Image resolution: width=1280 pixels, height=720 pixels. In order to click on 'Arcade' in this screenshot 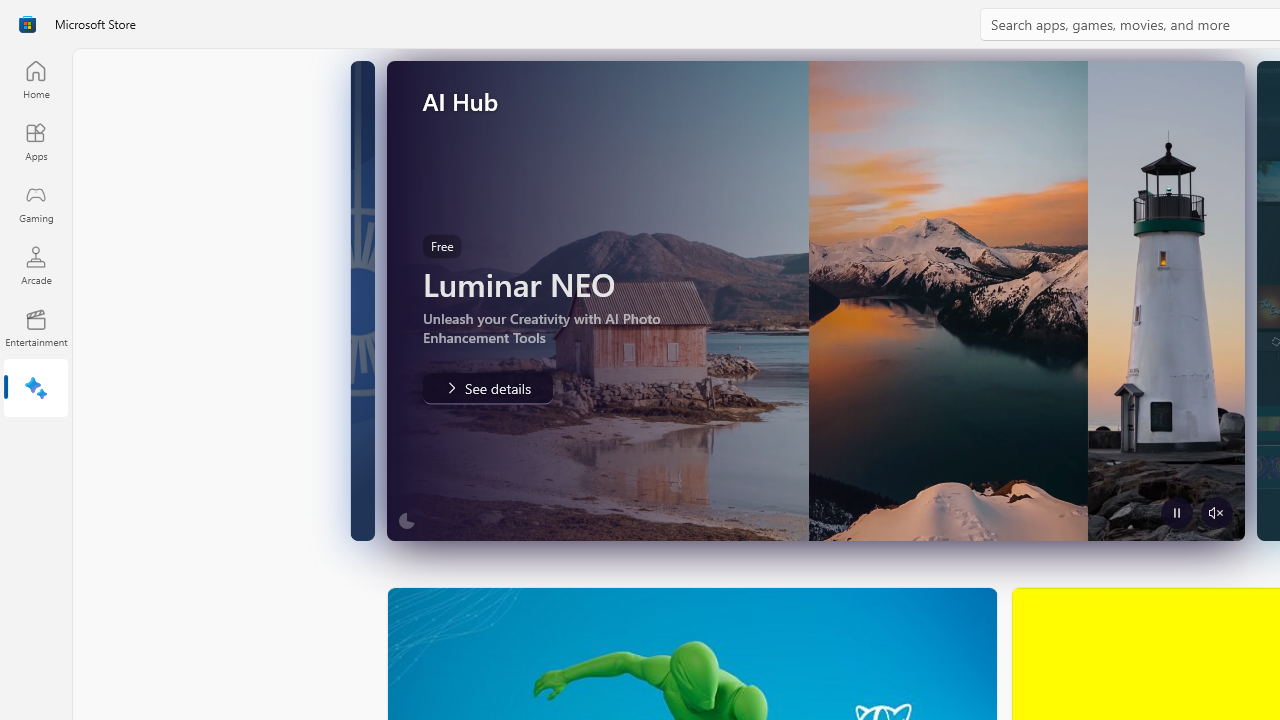, I will do `click(35, 264)`.